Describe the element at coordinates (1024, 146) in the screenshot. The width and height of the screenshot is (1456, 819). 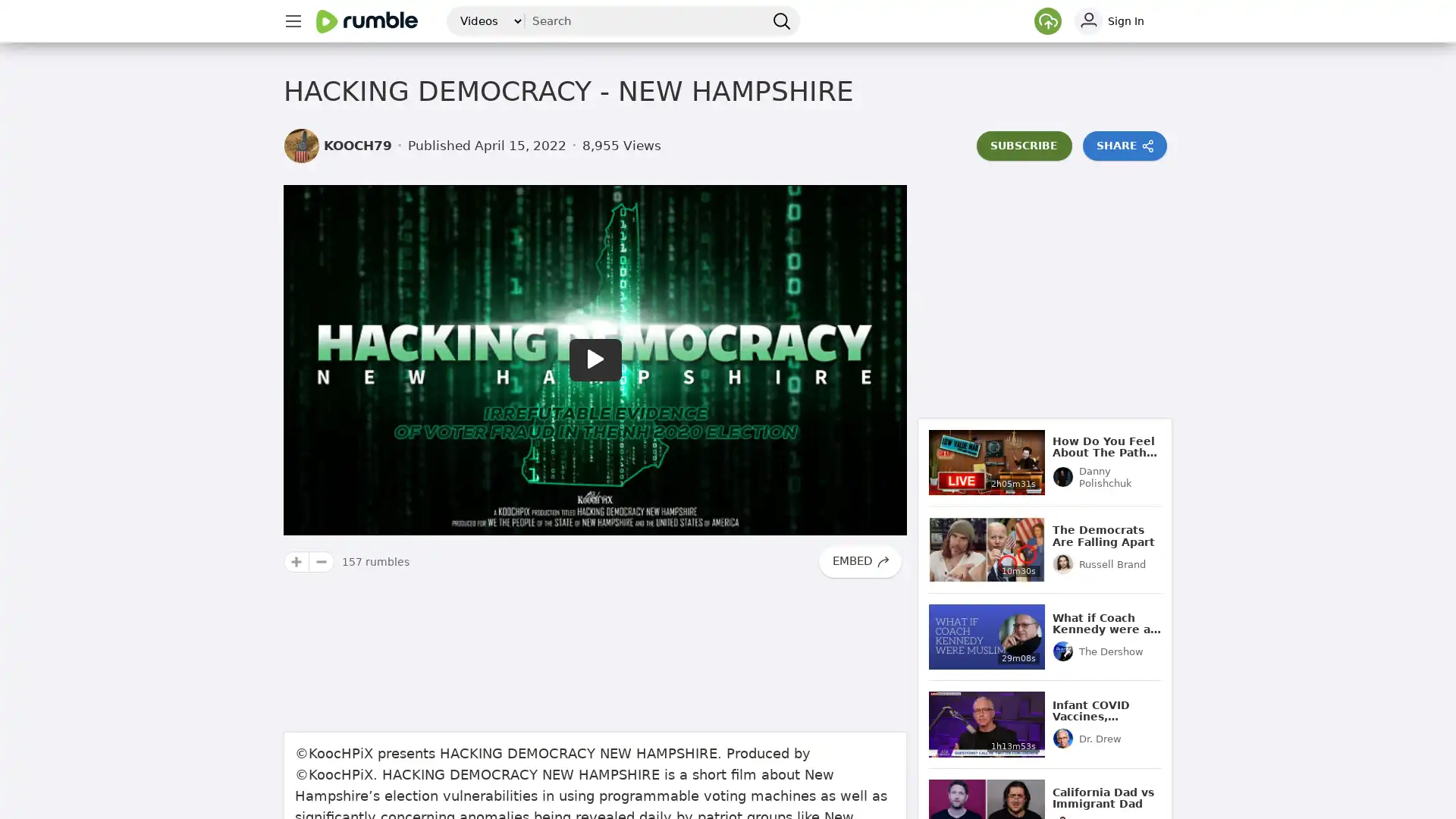
I see `SUBSCRIBE` at that location.